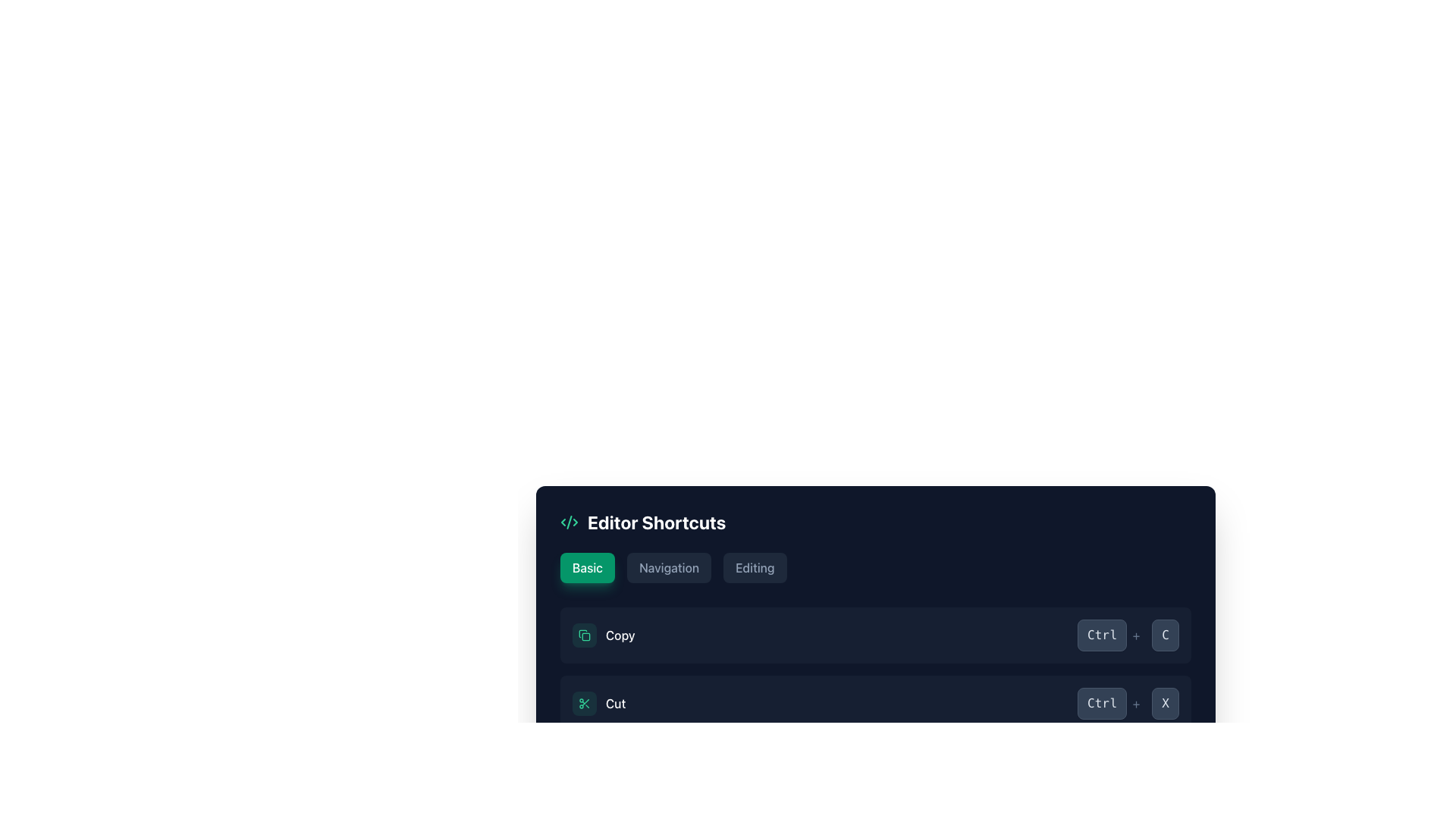 Image resolution: width=1456 pixels, height=819 pixels. Describe the element at coordinates (1165, 704) in the screenshot. I see `the decorative label representing the keyboard key 'X' in the 'Cut' entry of the 'Basic' tab in the 'Editor Shortcuts' section` at that location.